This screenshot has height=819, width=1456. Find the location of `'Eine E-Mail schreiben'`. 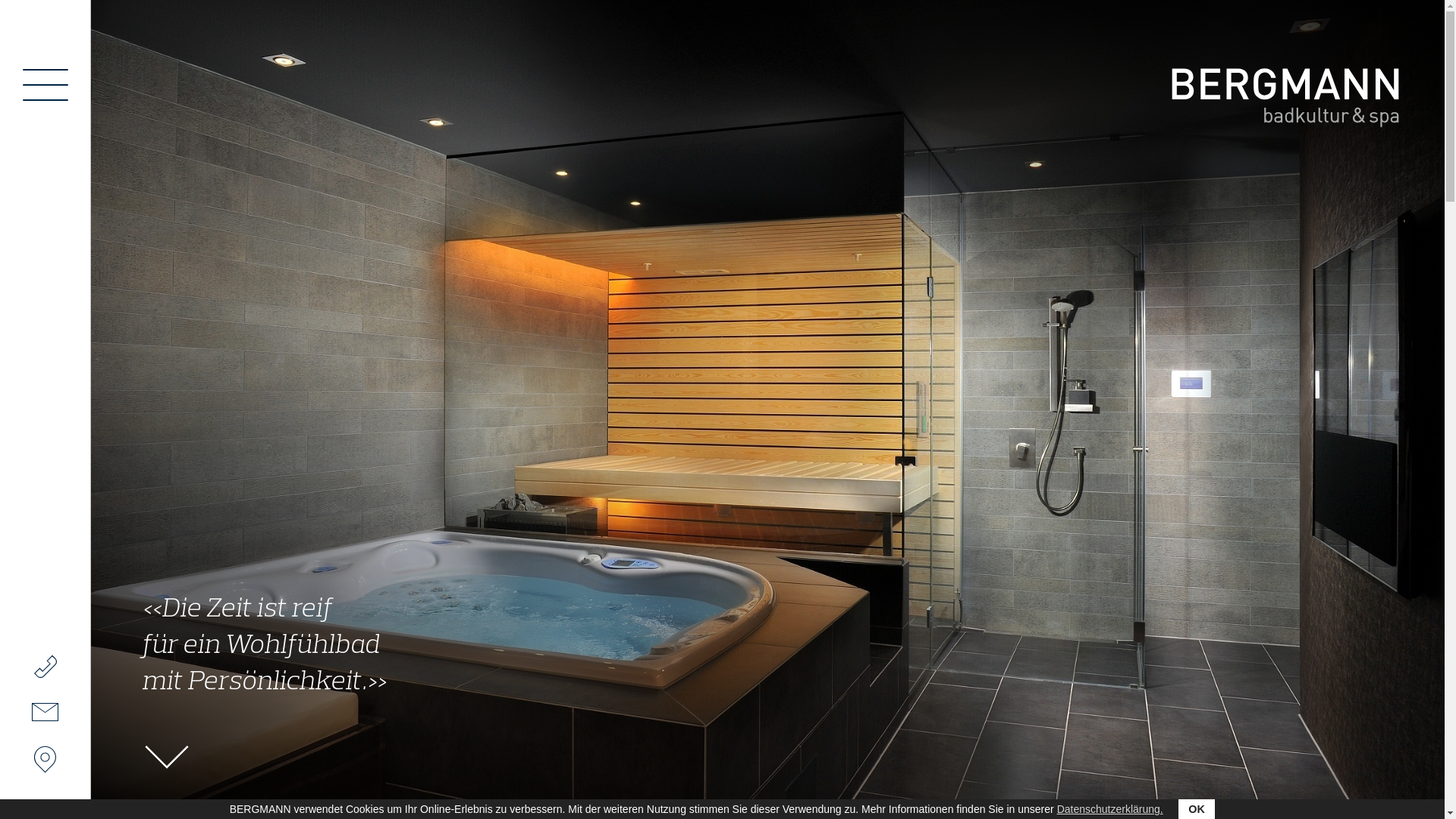

'Eine E-Mail schreiben' is located at coordinates (44, 711).